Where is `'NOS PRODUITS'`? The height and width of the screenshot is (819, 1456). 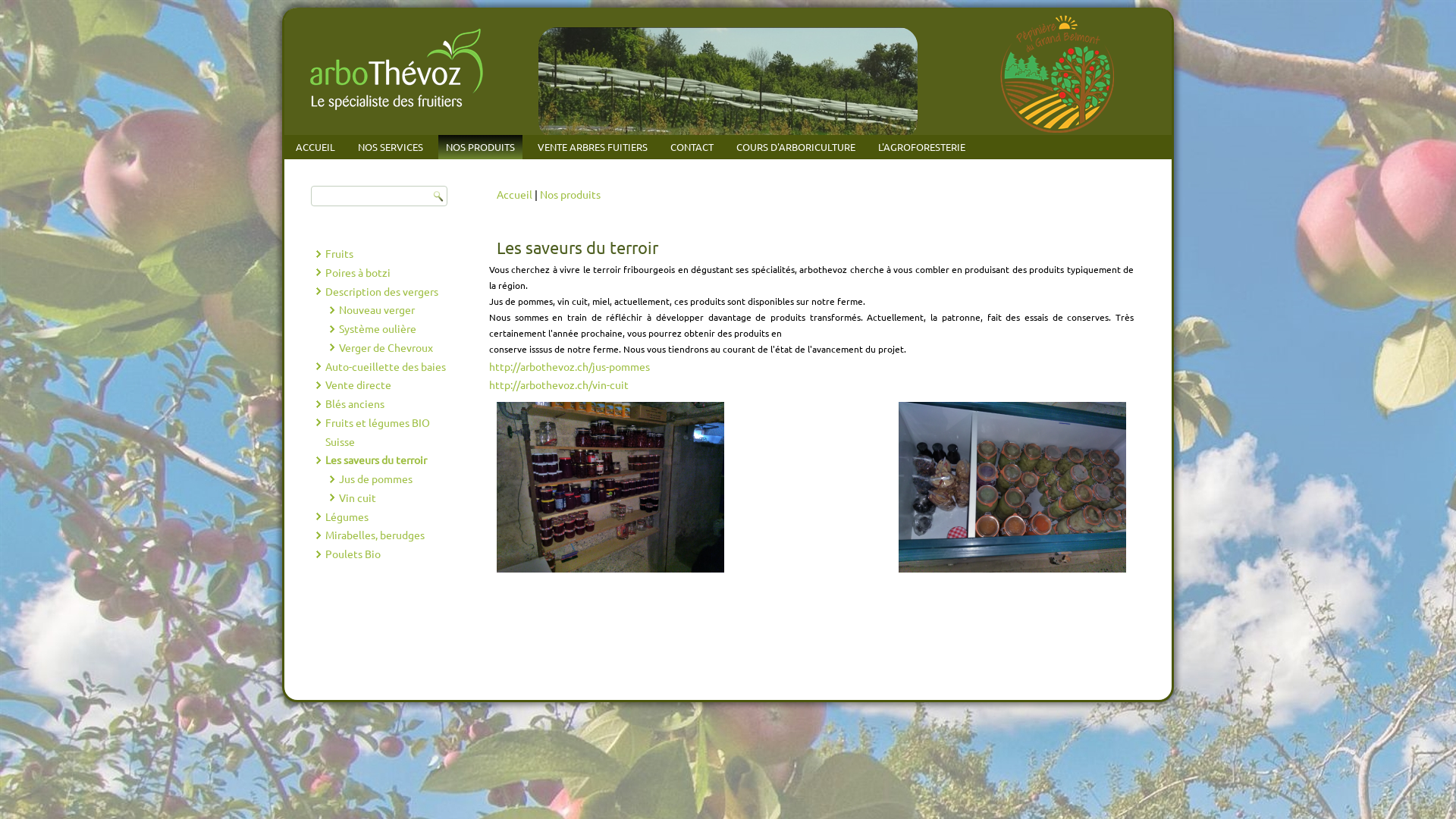
'NOS PRODUITS' is located at coordinates (479, 146).